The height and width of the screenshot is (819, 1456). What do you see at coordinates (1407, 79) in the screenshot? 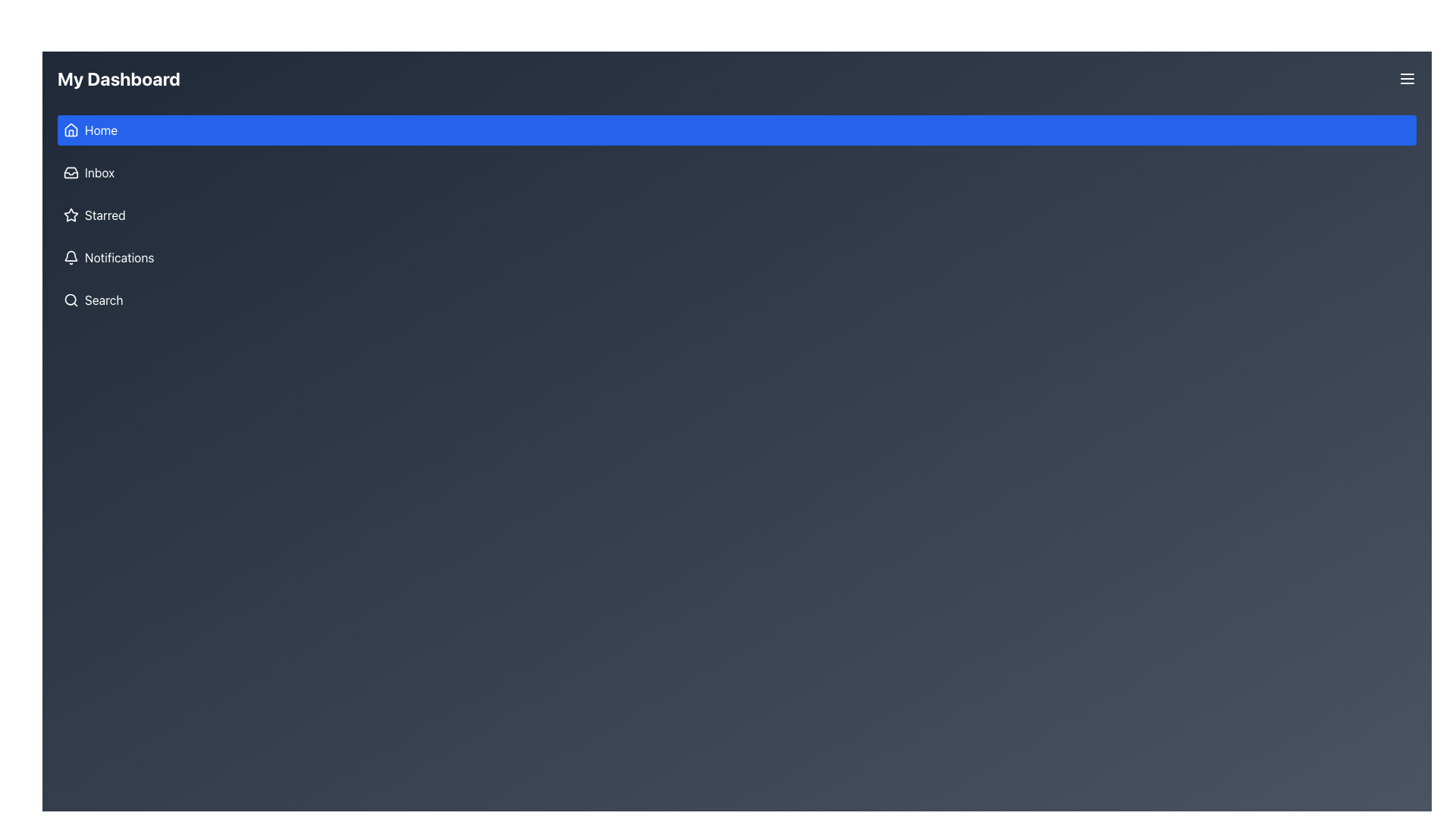
I see `the menu toggle button located at the top-right corner of 'My Dashboard'` at bounding box center [1407, 79].